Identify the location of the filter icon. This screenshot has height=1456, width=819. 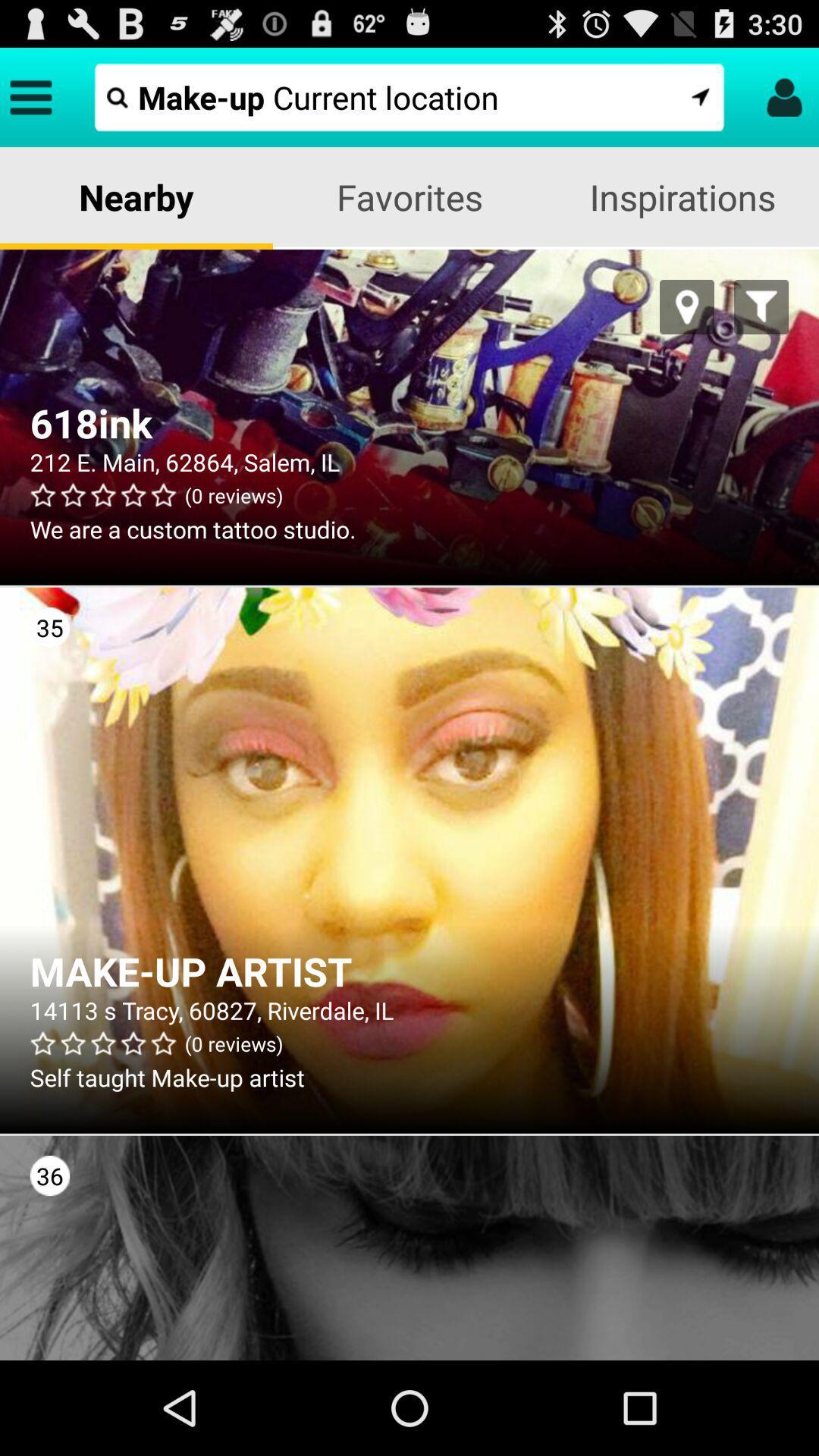
(761, 328).